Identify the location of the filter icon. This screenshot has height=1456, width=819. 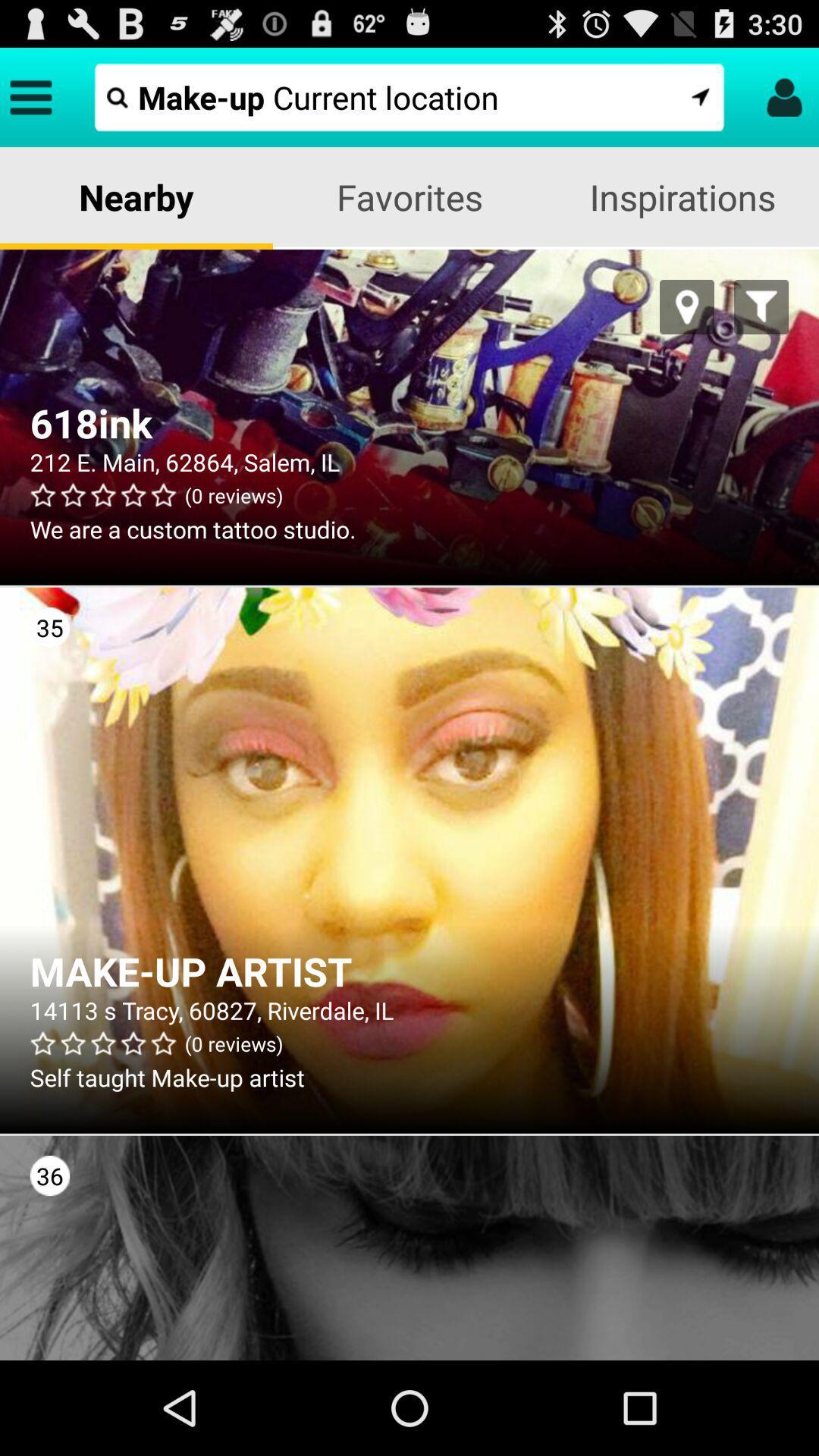
(761, 328).